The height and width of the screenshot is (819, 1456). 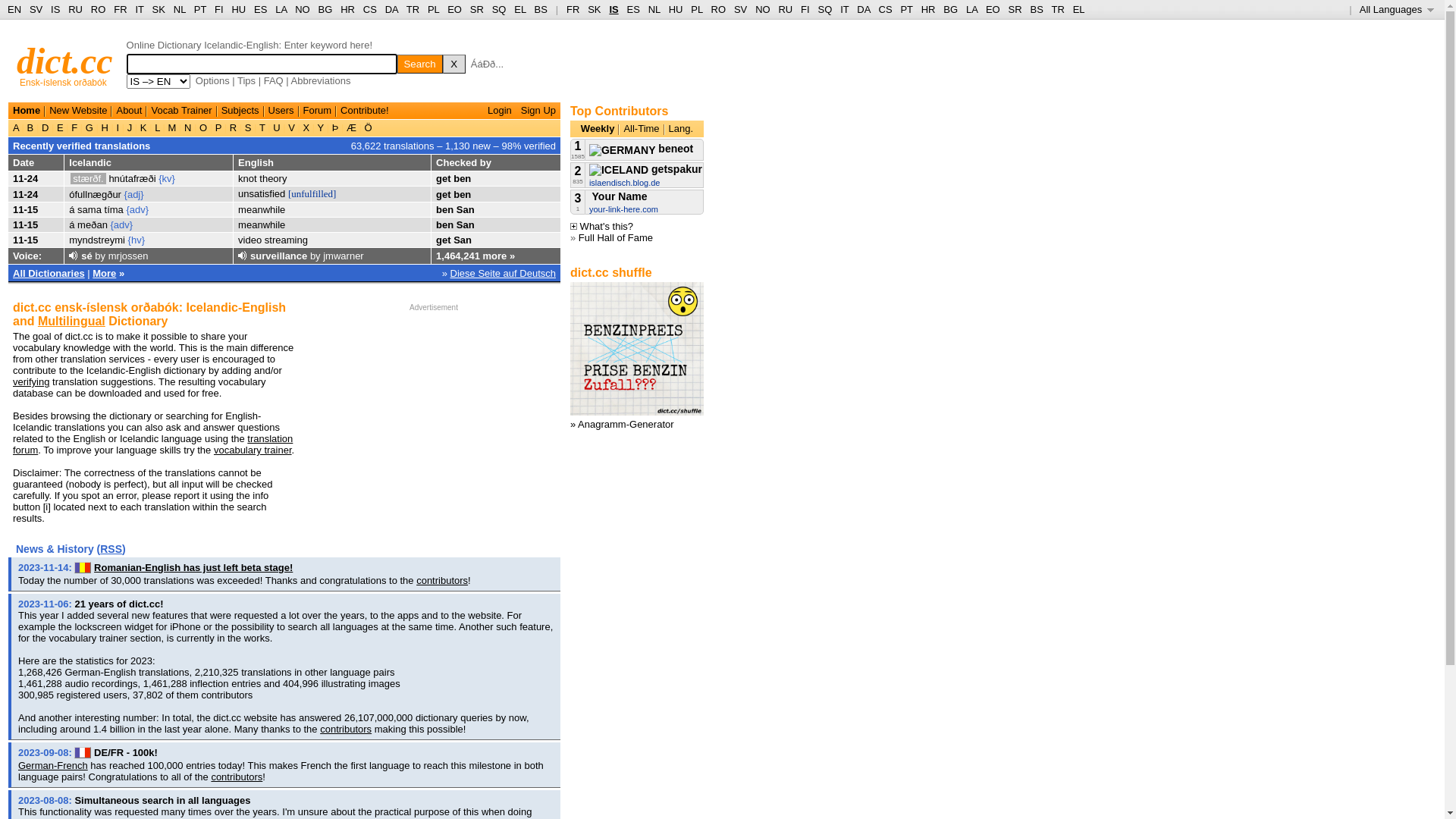 What do you see at coordinates (345, 728) in the screenshot?
I see `'contributors'` at bounding box center [345, 728].